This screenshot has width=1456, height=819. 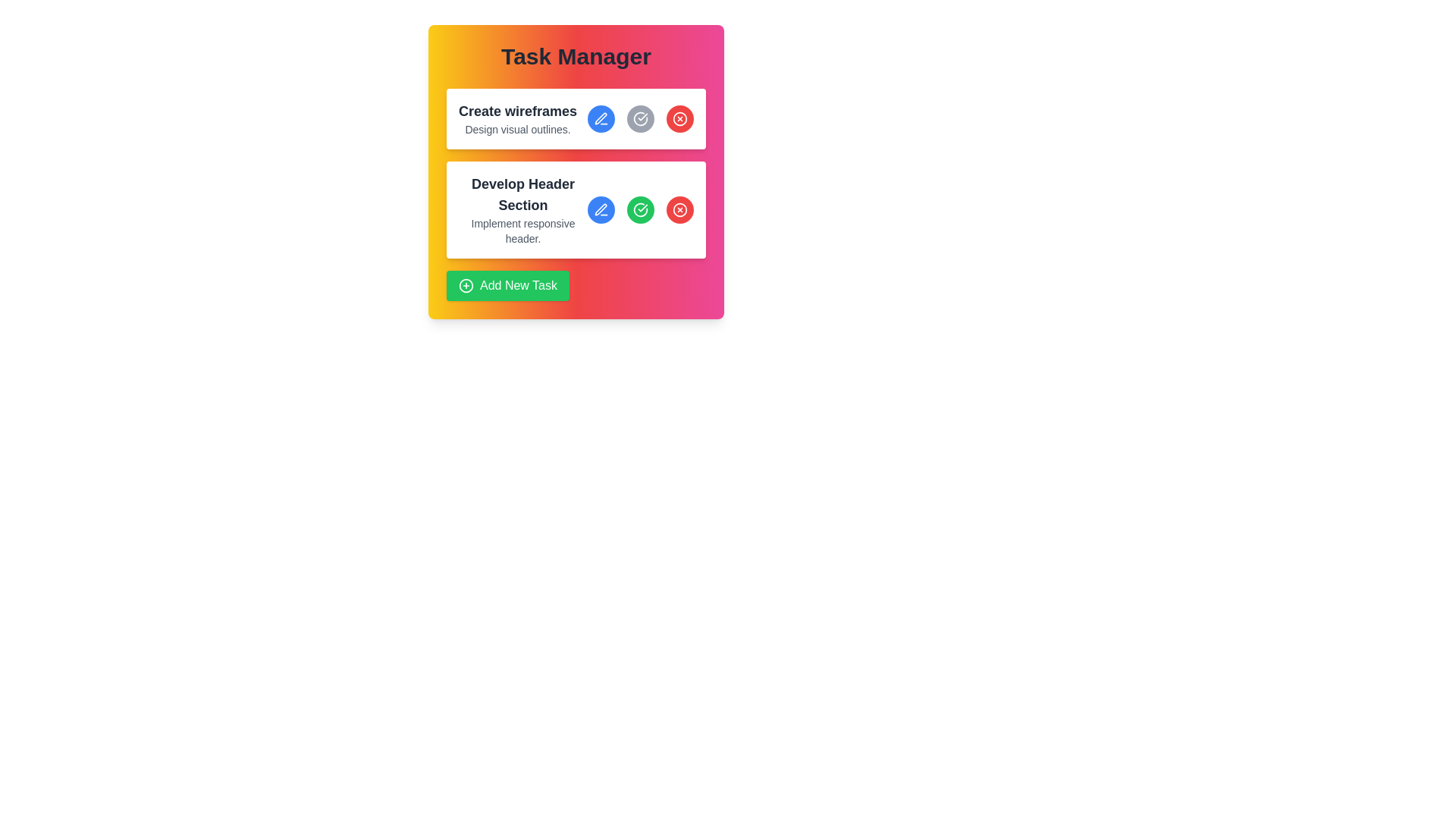 What do you see at coordinates (600, 118) in the screenshot?
I see `the edit icon located in the top-right corner of the 'Create wireframes' task card, which allows users to modify task details` at bounding box center [600, 118].